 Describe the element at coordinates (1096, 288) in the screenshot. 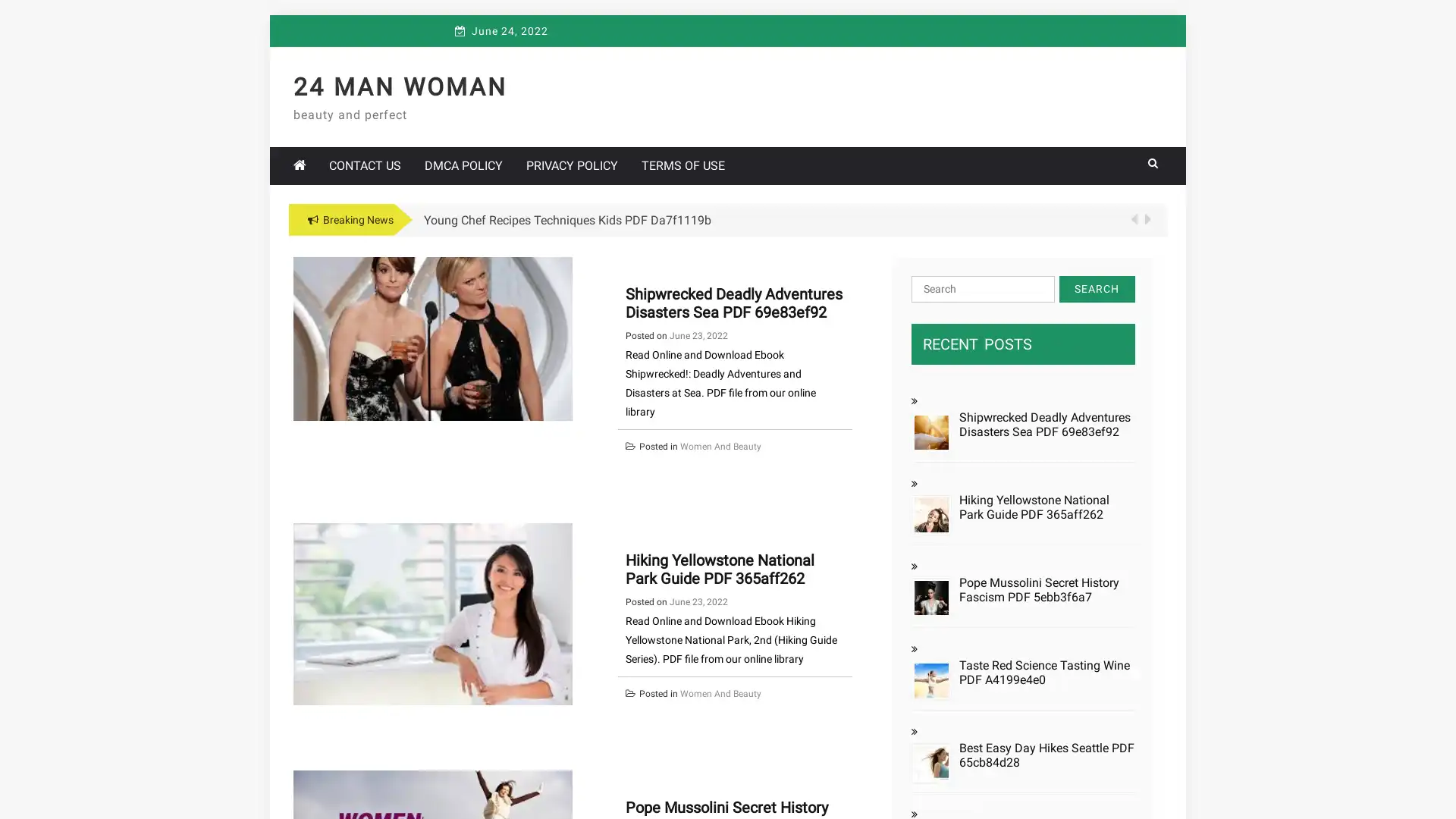

I see `Search` at that location.